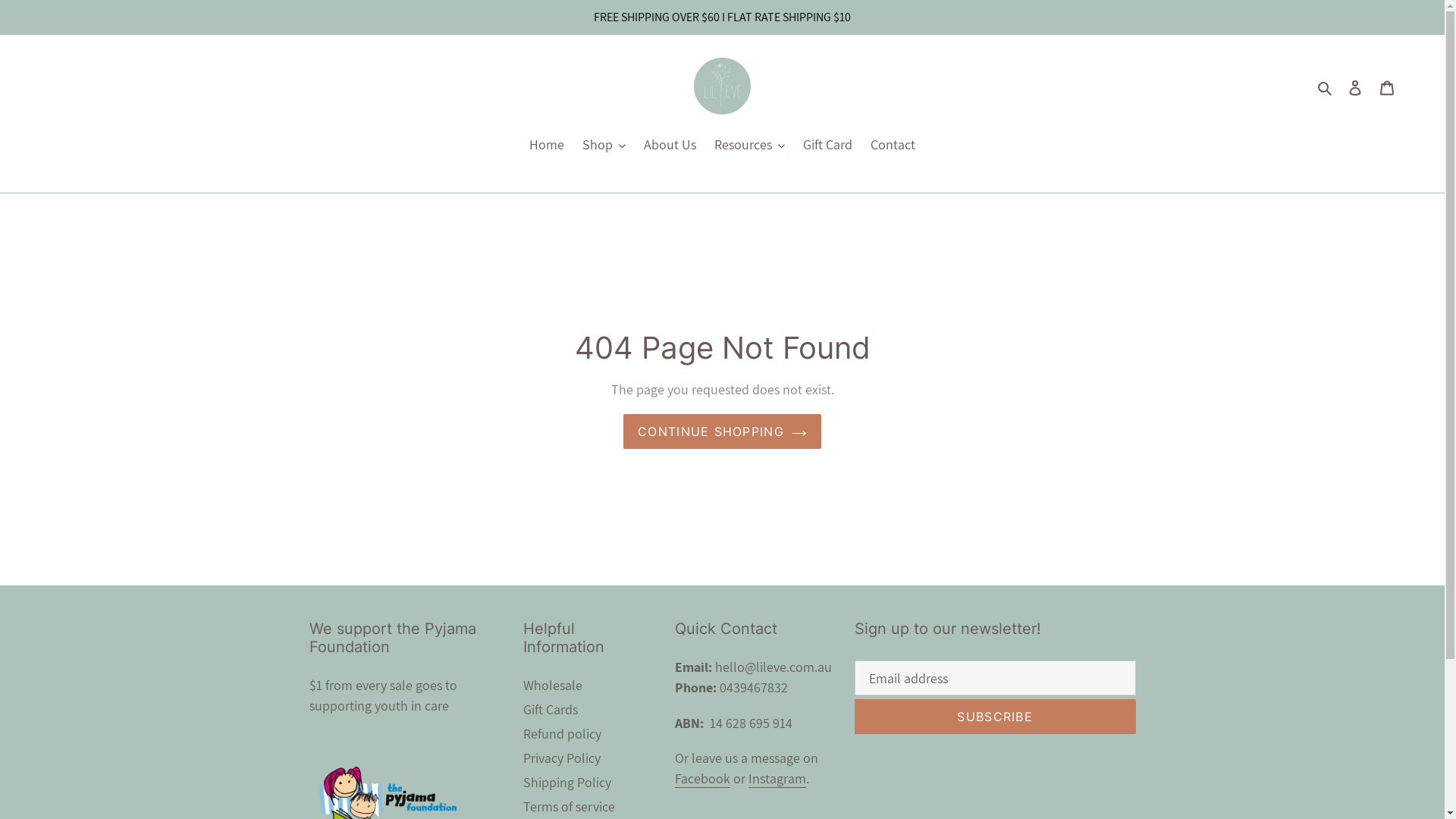  What do you see at coordinates (721, 431) in the screenshot?
I see `'CONTINUE SHOPPING'` at bounding box center [721, 431].